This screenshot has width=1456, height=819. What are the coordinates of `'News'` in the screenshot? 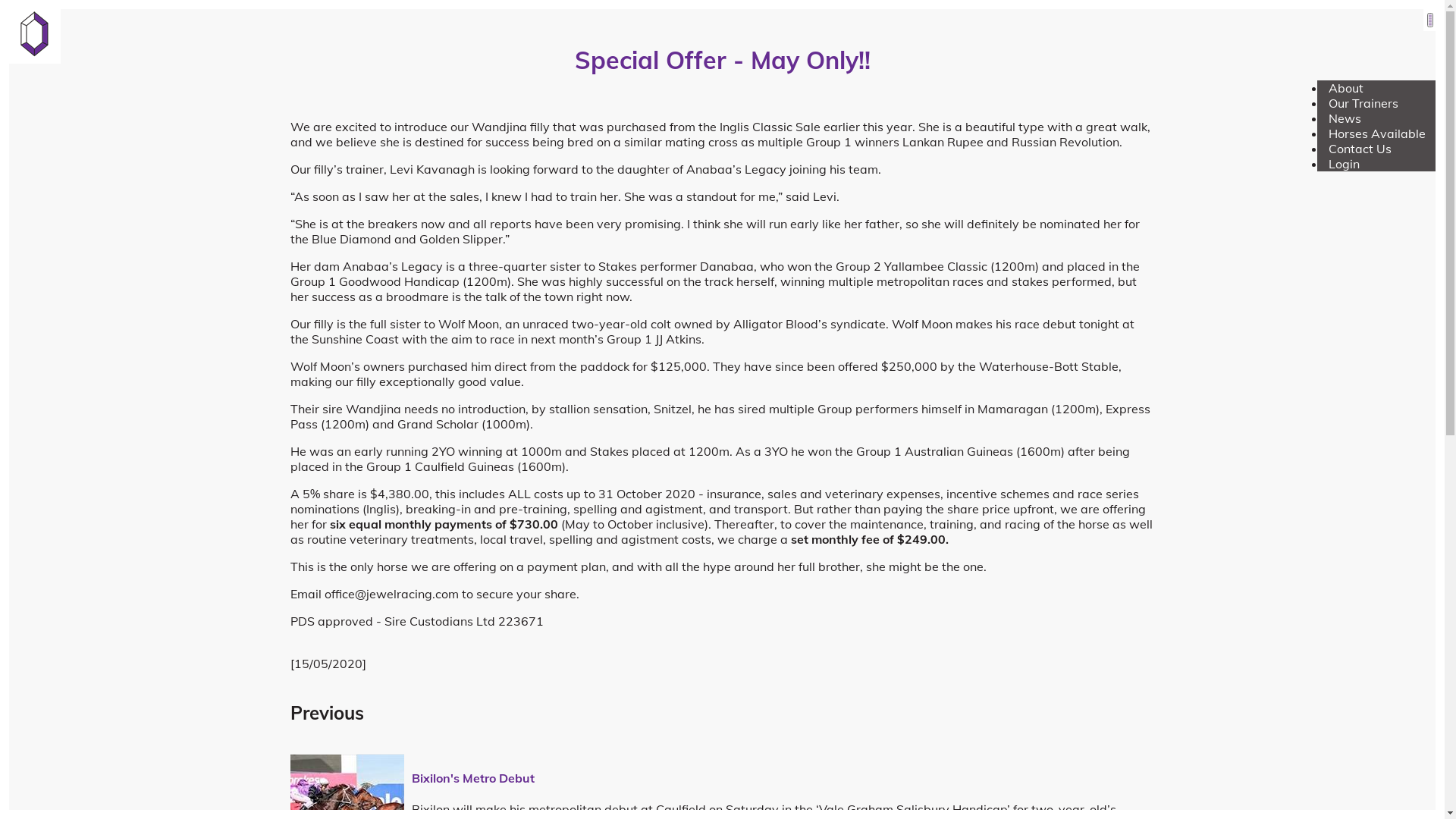 It's located at (1345, 117).